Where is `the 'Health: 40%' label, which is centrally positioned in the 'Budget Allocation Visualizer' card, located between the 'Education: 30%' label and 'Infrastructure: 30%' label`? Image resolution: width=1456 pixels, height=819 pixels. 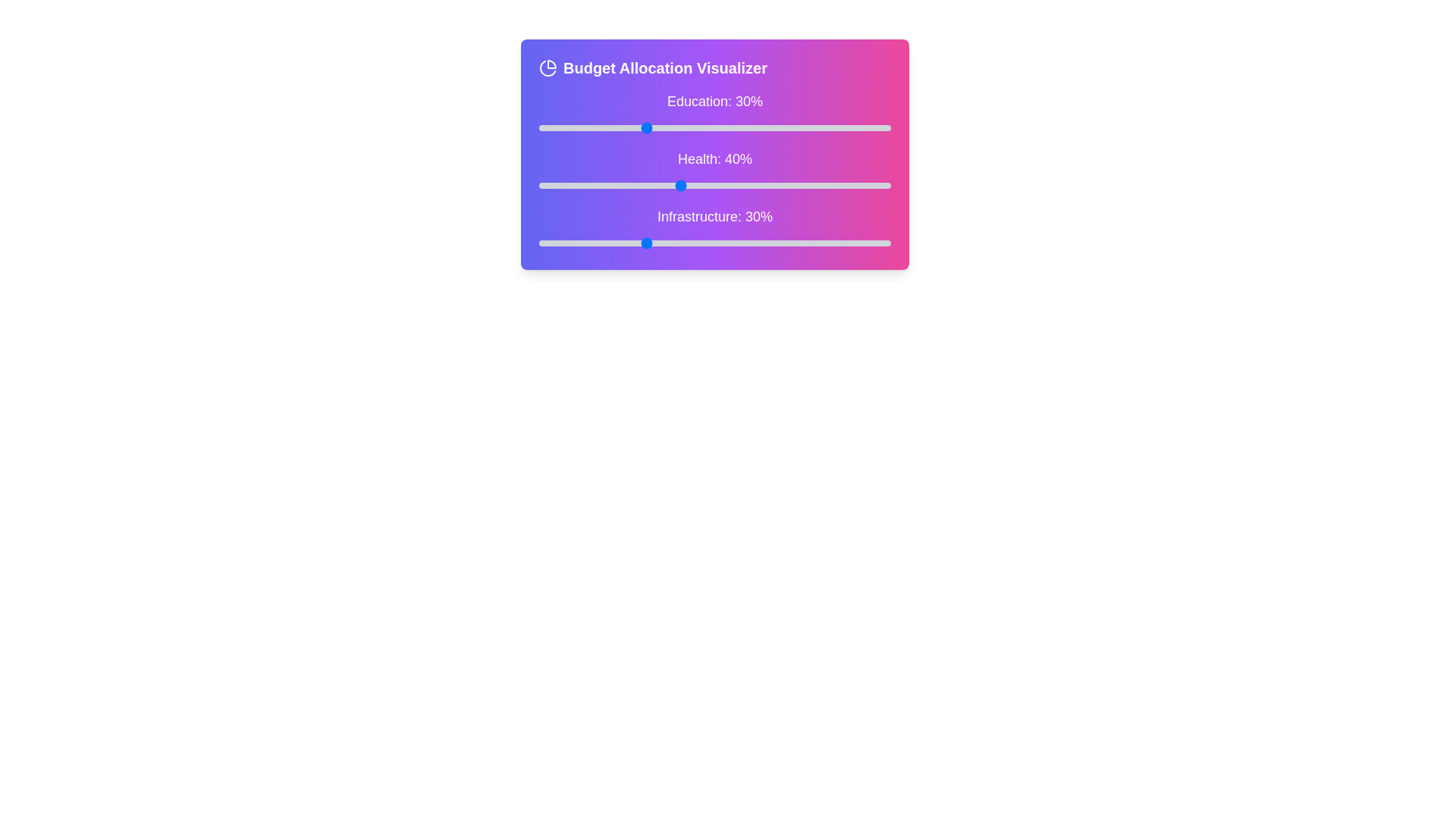
the 'Health: 40%' label, which is centrally positioned in the 'Budget Allocation Visualizer' card, located between the 'Education: 30%' label and 'Infrastructure: 30%' label is located at coordinates (714, 158).